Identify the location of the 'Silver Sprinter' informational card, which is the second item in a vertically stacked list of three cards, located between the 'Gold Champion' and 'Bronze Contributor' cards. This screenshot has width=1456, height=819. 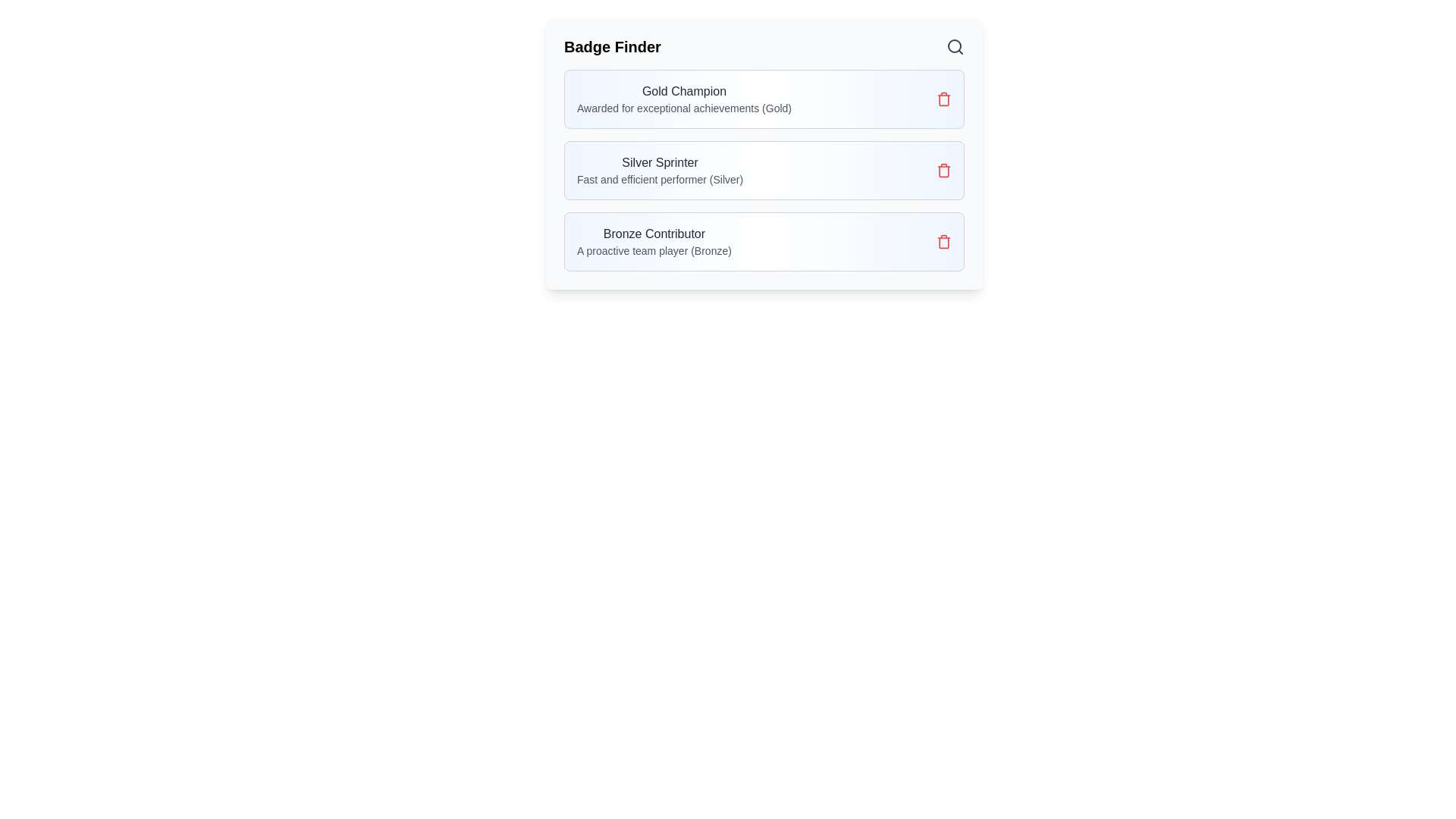
(764, 170).